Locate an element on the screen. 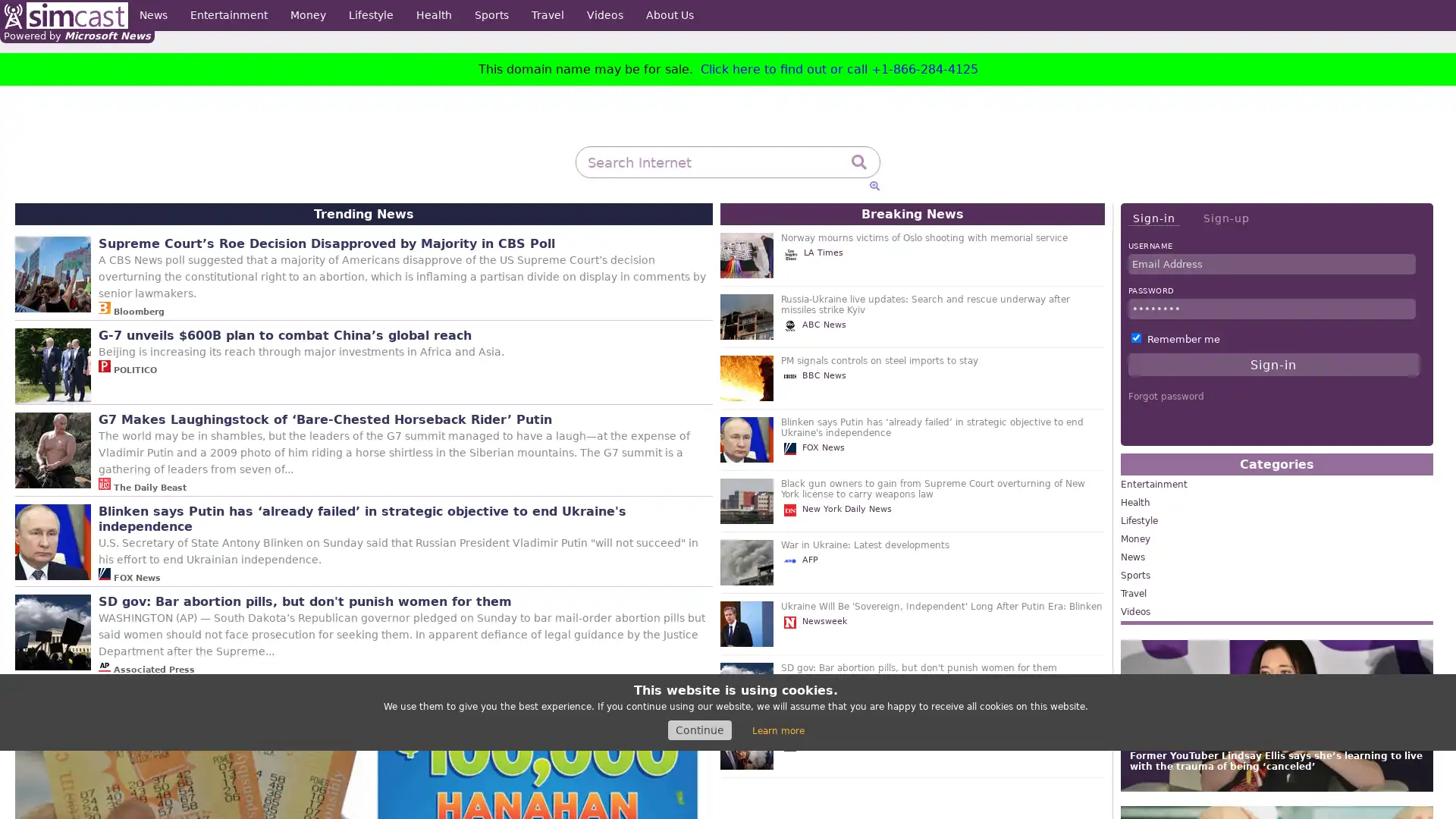 The width and height of the screenshot is (1456, 819). Sign-in is located at coordinates (1273, 365).